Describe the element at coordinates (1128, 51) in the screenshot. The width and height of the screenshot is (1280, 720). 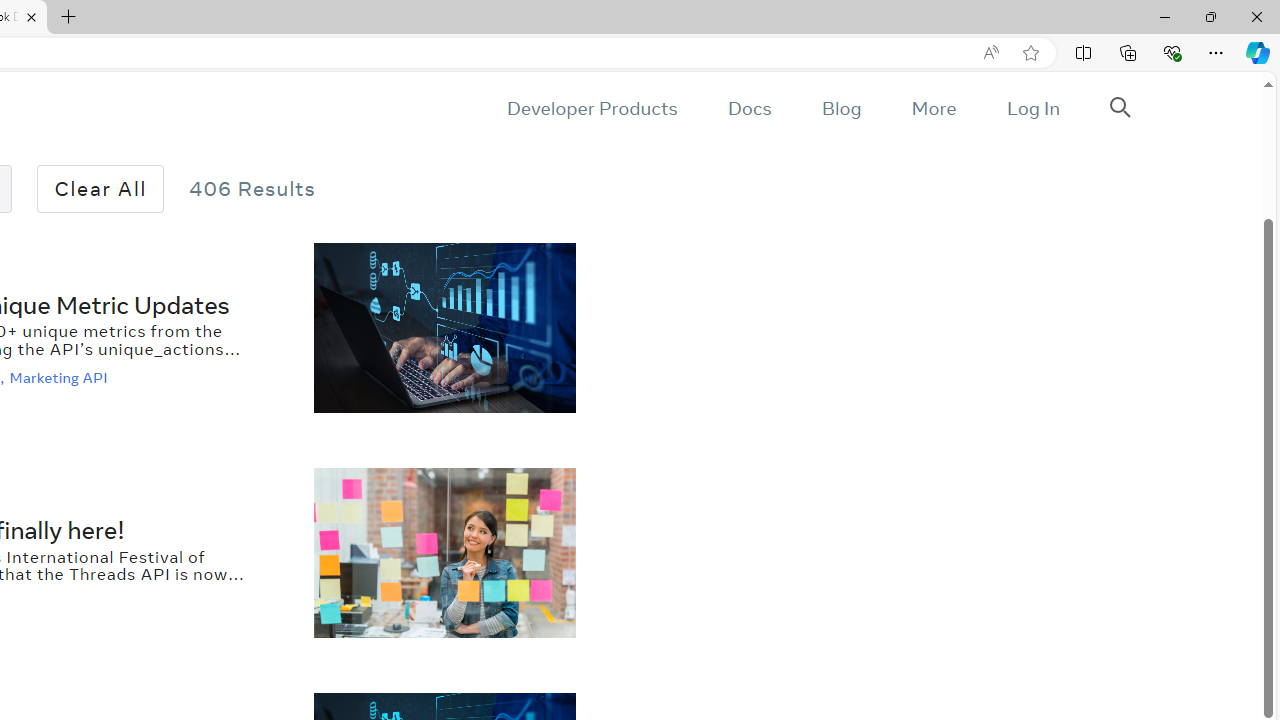
I see `'Collections'` at that location.